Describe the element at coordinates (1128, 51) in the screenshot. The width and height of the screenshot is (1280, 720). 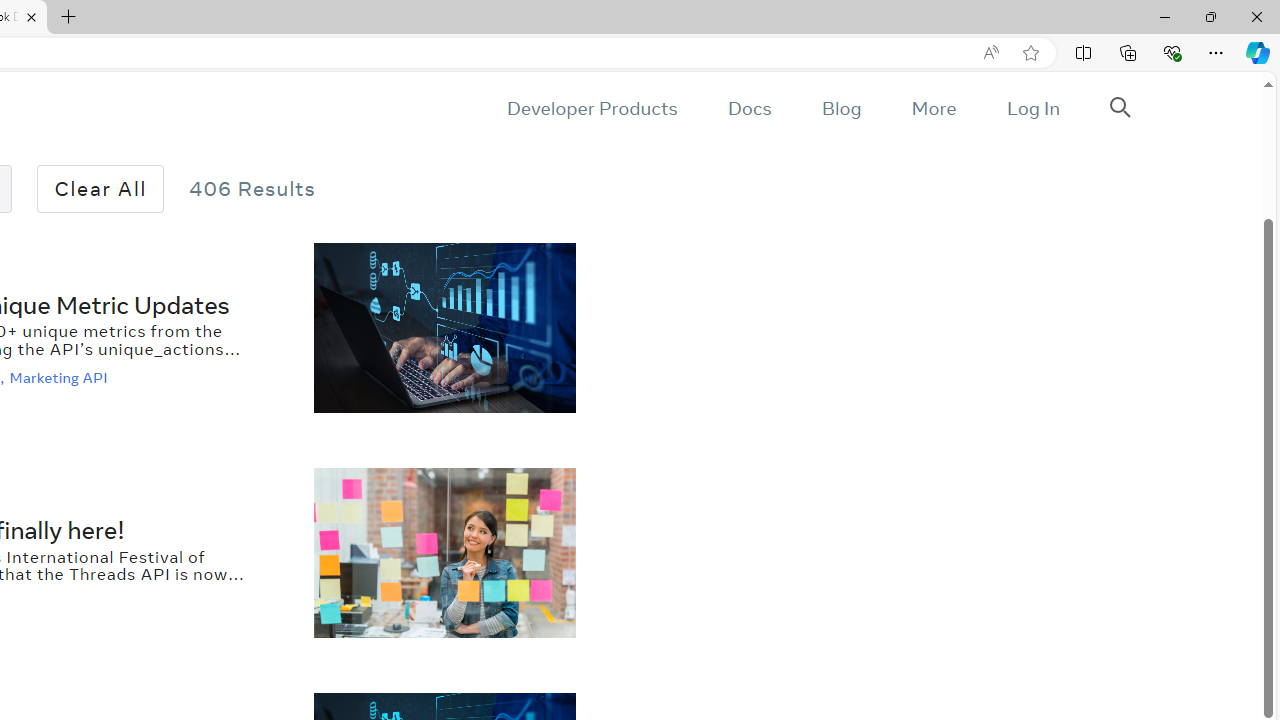
I see `'Collections'` at that location.